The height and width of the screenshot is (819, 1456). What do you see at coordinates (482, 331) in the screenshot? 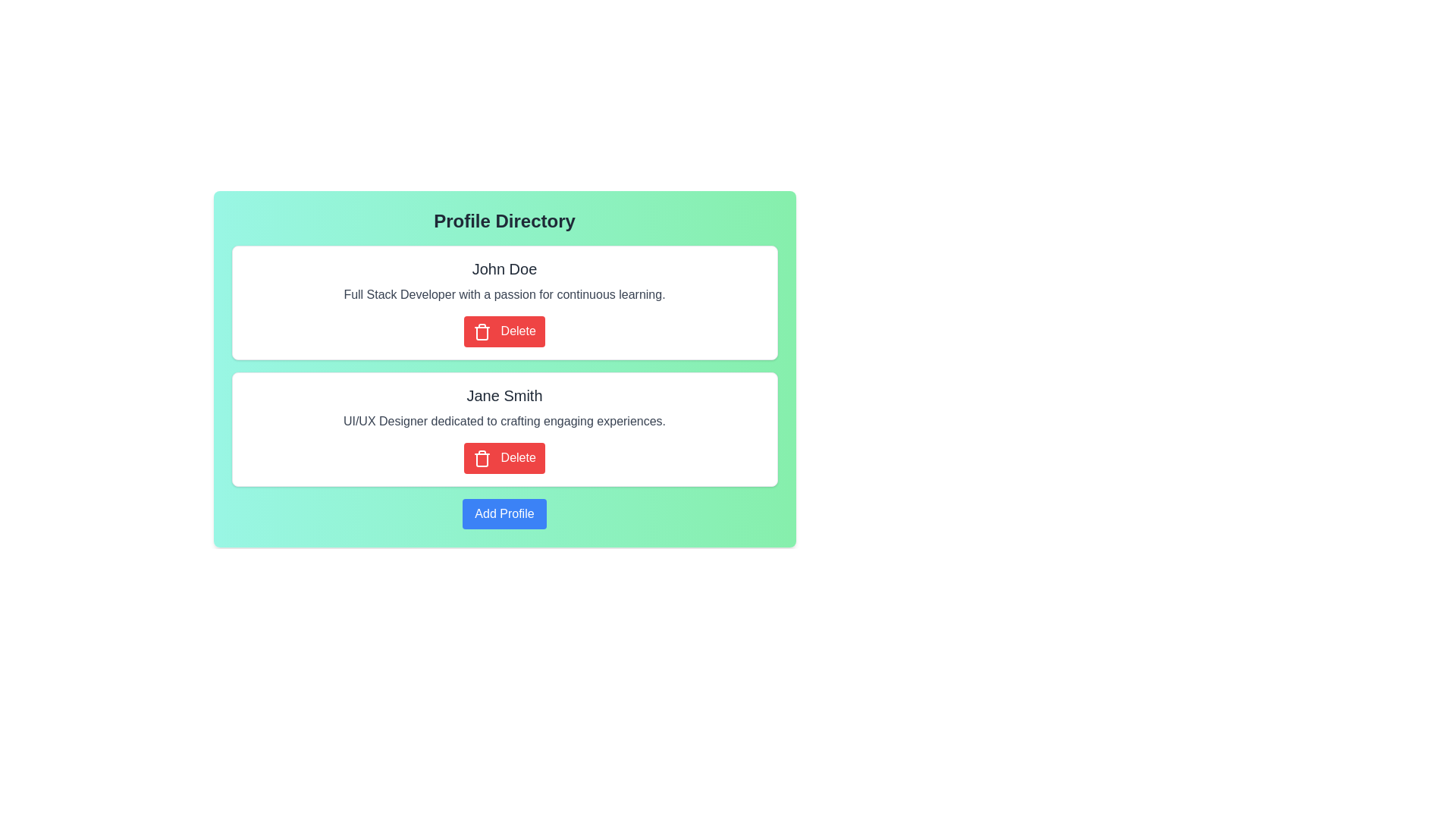
I see `the trash can SVG icon within the red 'Delete' button, which executes the deletion function for the first user profile in the Profile Directory interface` at bounding box center [482, 331].